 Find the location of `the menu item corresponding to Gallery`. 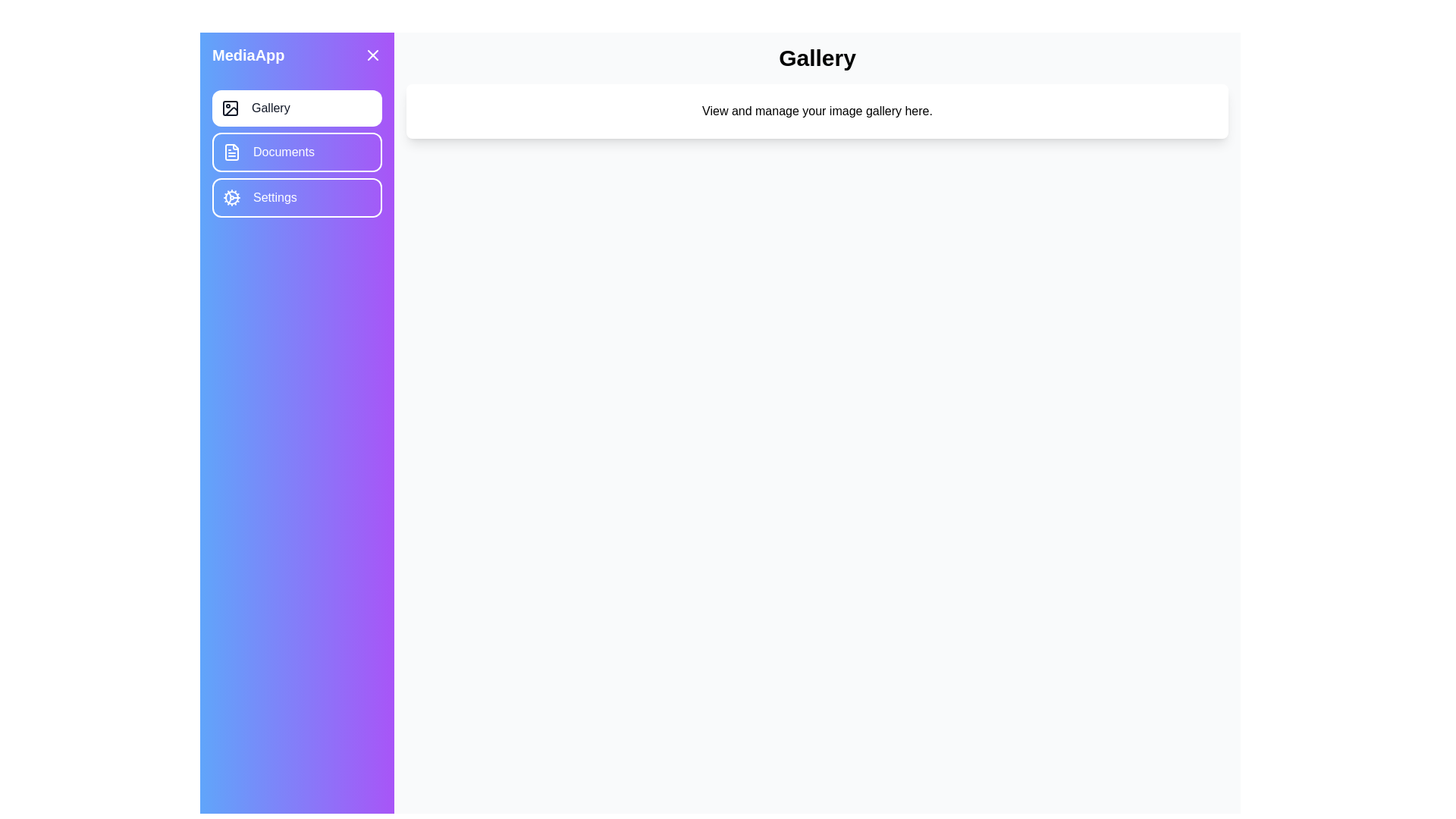

the menu item corresponding to Gallery is located at coordinates (297, 107).